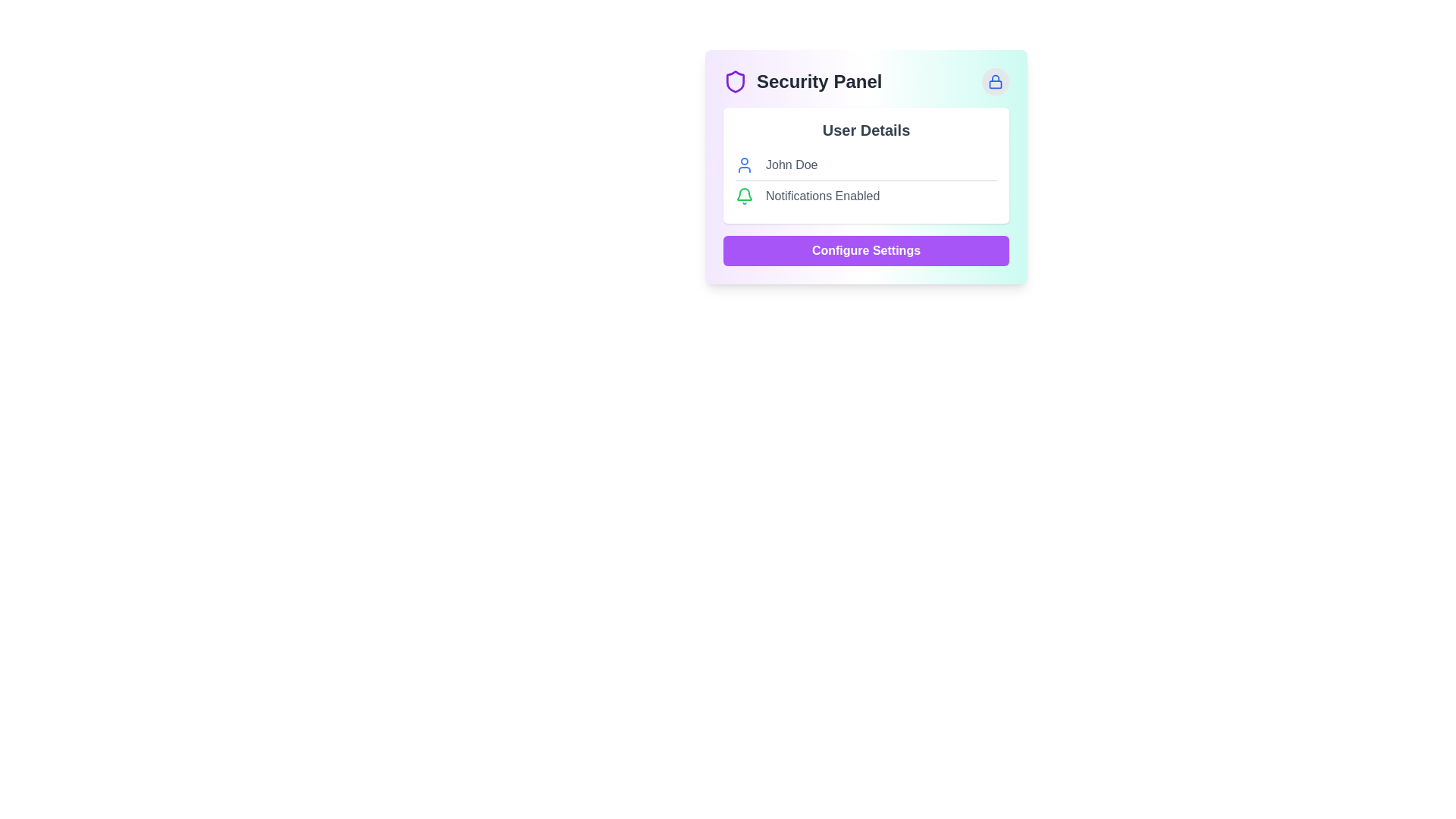 This screenshot has width=1456, height=819. Describe the element at coordinates (996, 84) in the screenshot. I see `the lower part of the lock icon located at the top right of the Security Panel card` at that location.